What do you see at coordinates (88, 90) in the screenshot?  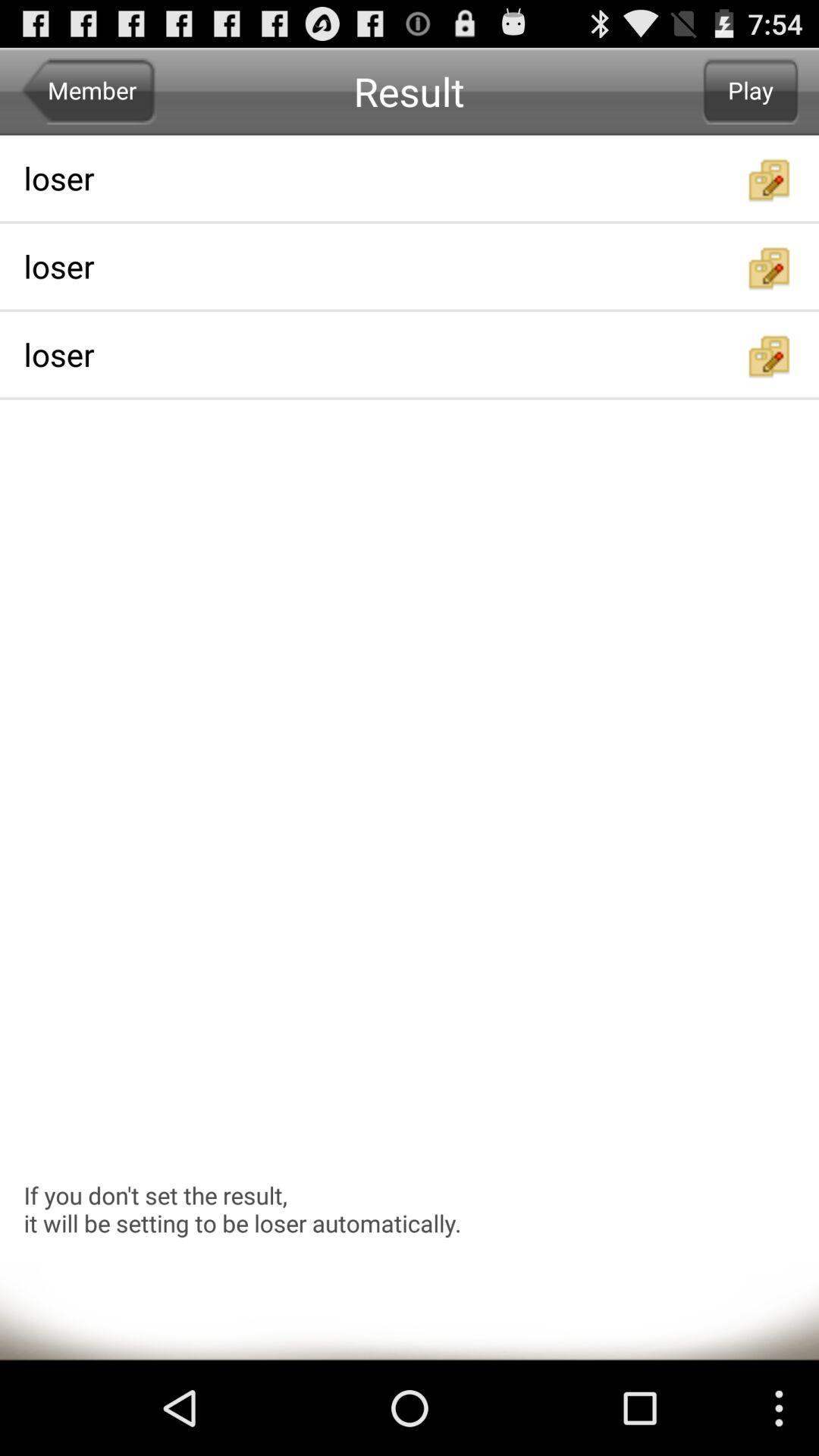 I see `member icon` at bounding box center [88, 90].